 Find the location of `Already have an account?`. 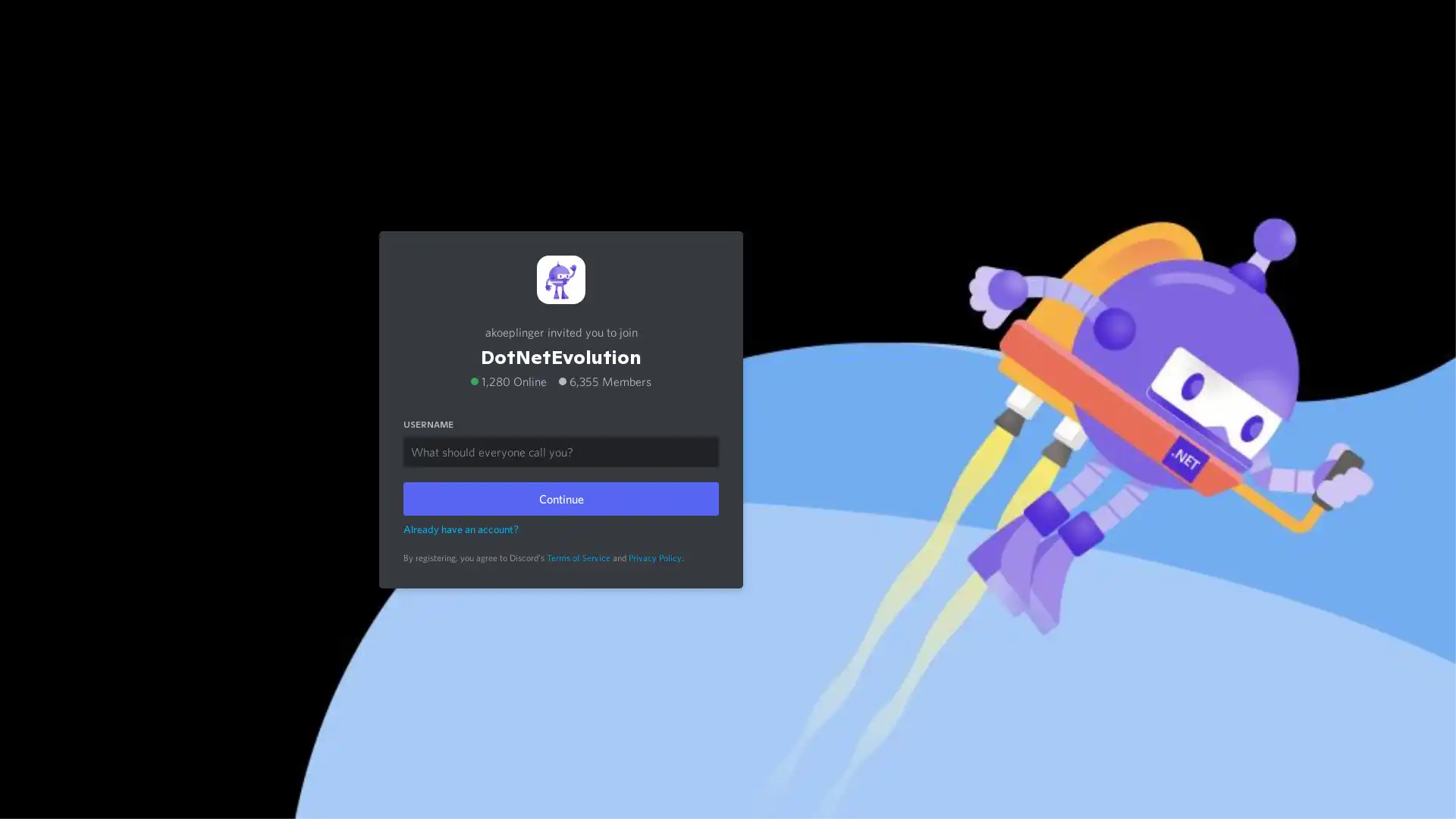

Already have an account? is located at coordinates (460, 528).